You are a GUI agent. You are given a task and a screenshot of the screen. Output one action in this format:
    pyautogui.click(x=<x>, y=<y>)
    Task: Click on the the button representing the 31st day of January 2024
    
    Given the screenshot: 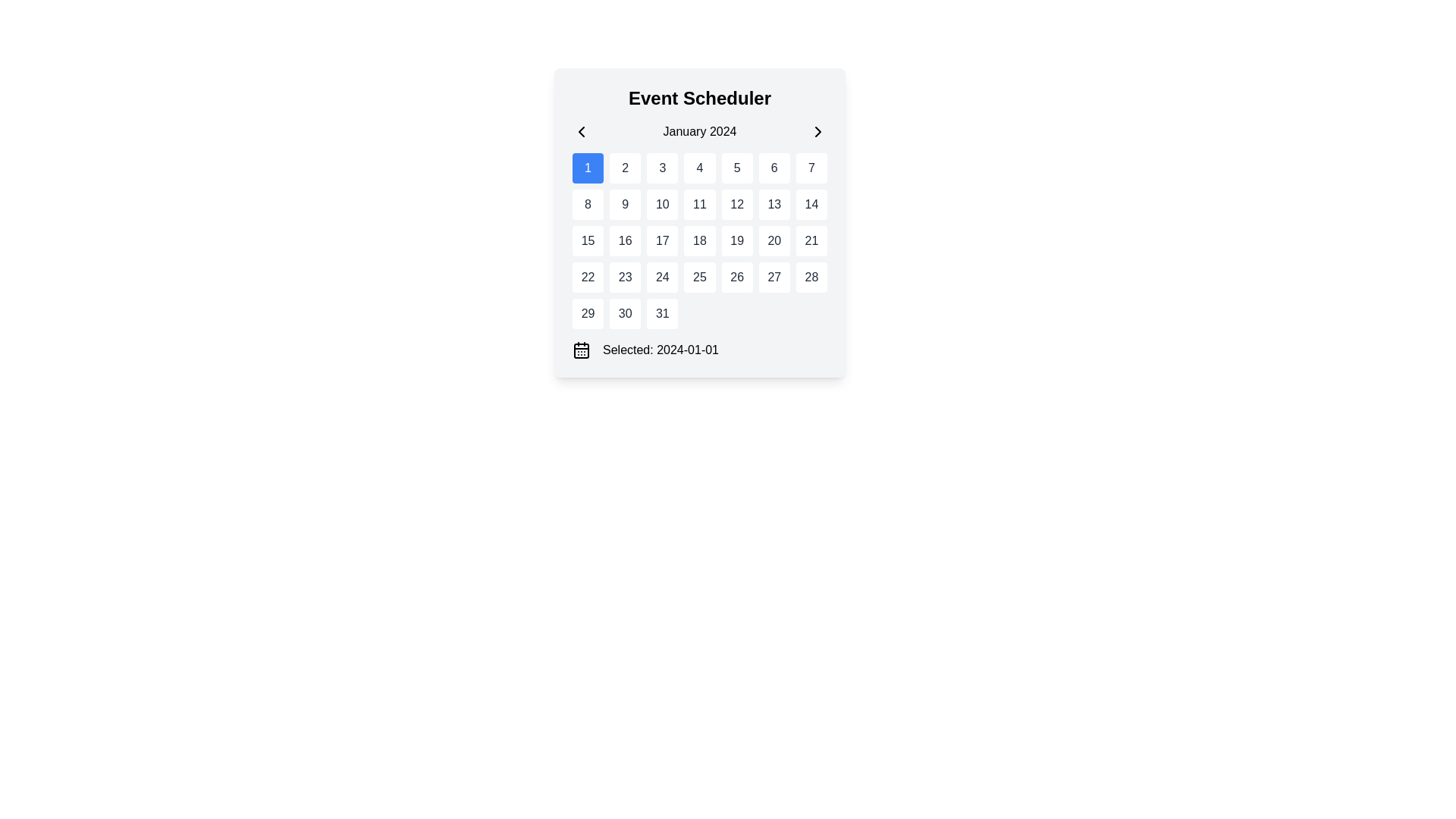 What is the action you would take?
    pyautogui.click(x=662, y=312)
    